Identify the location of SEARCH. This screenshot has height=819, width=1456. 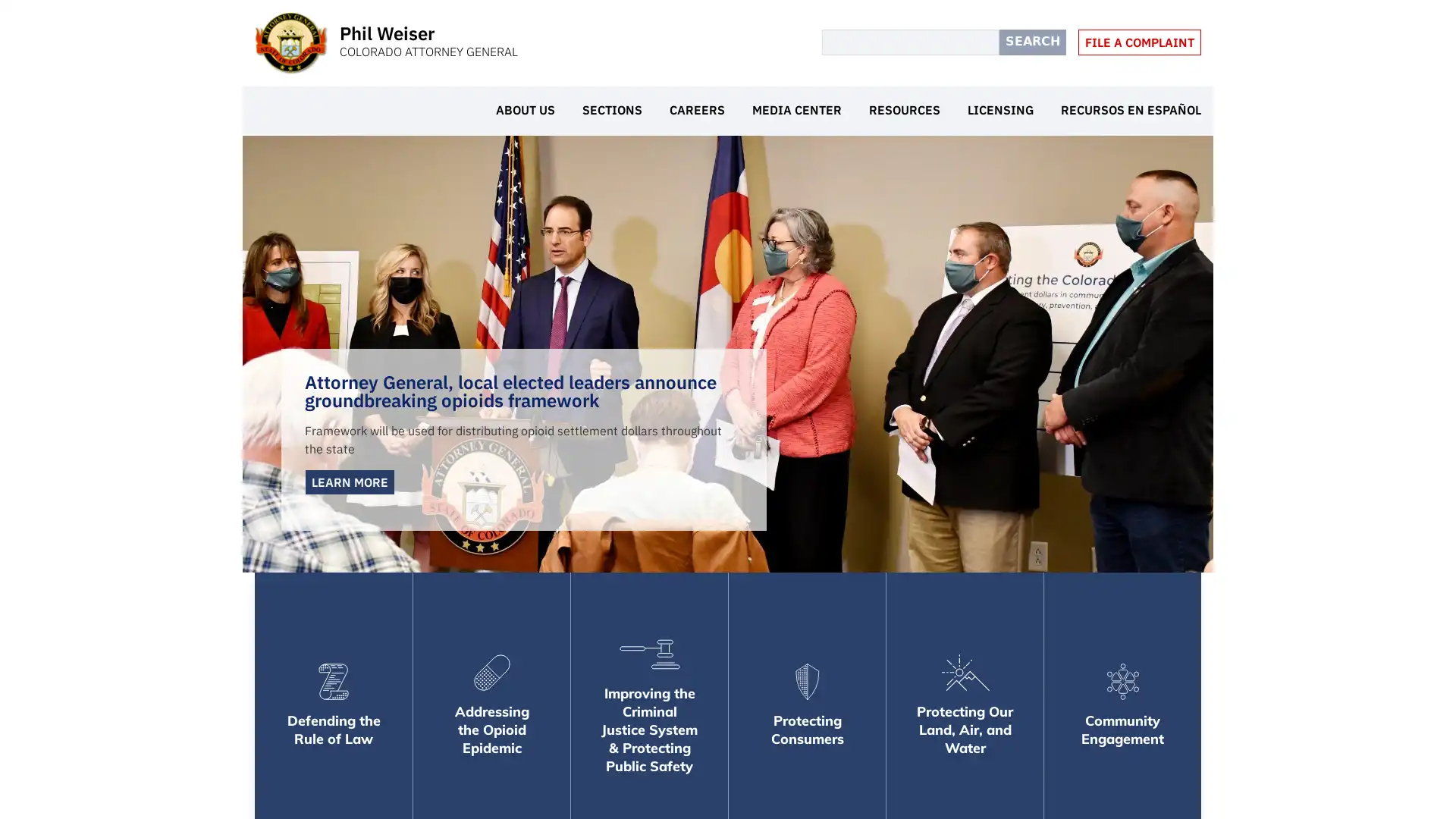
(1032, 42).